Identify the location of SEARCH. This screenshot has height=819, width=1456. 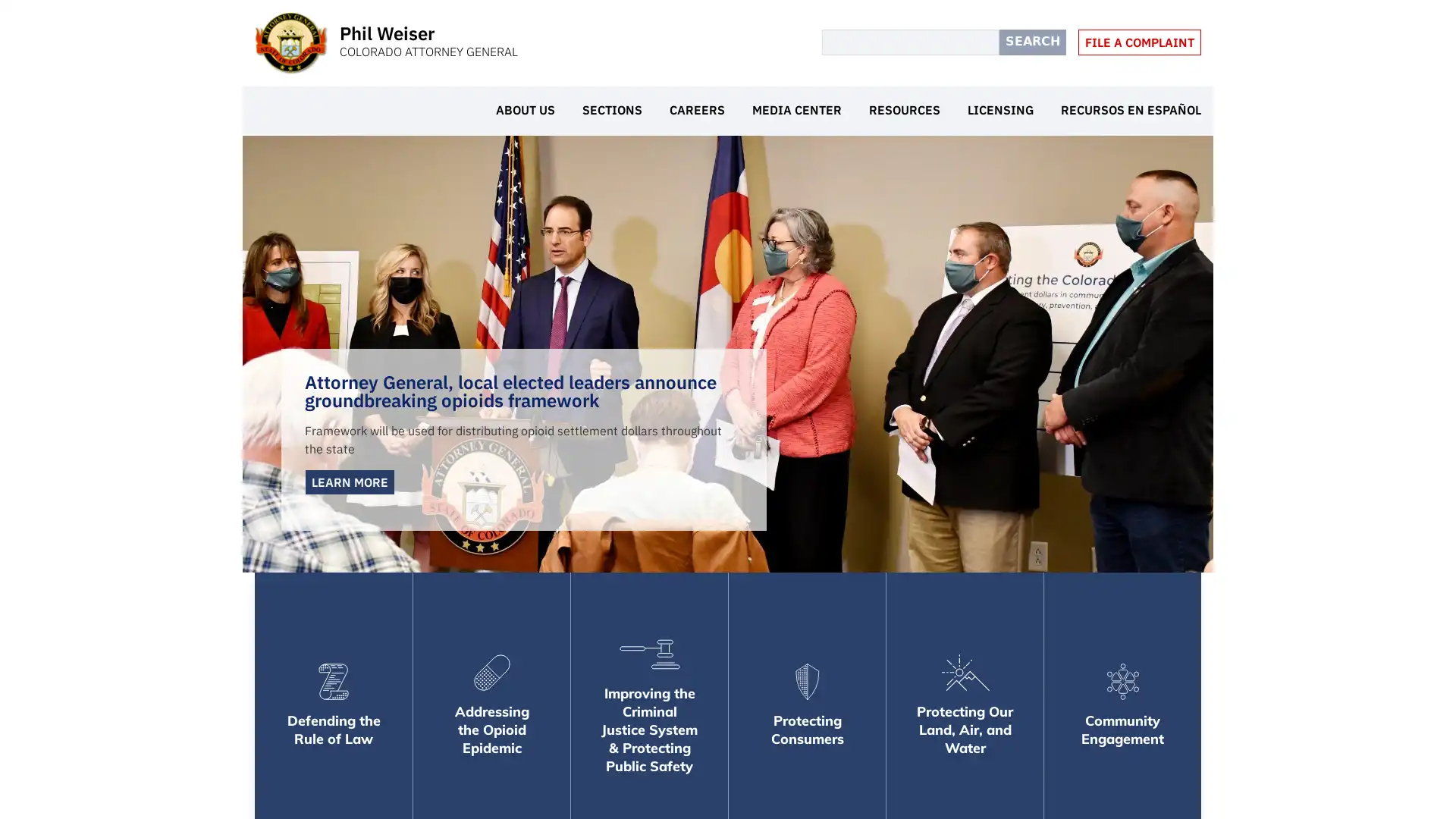
(1032, 42).